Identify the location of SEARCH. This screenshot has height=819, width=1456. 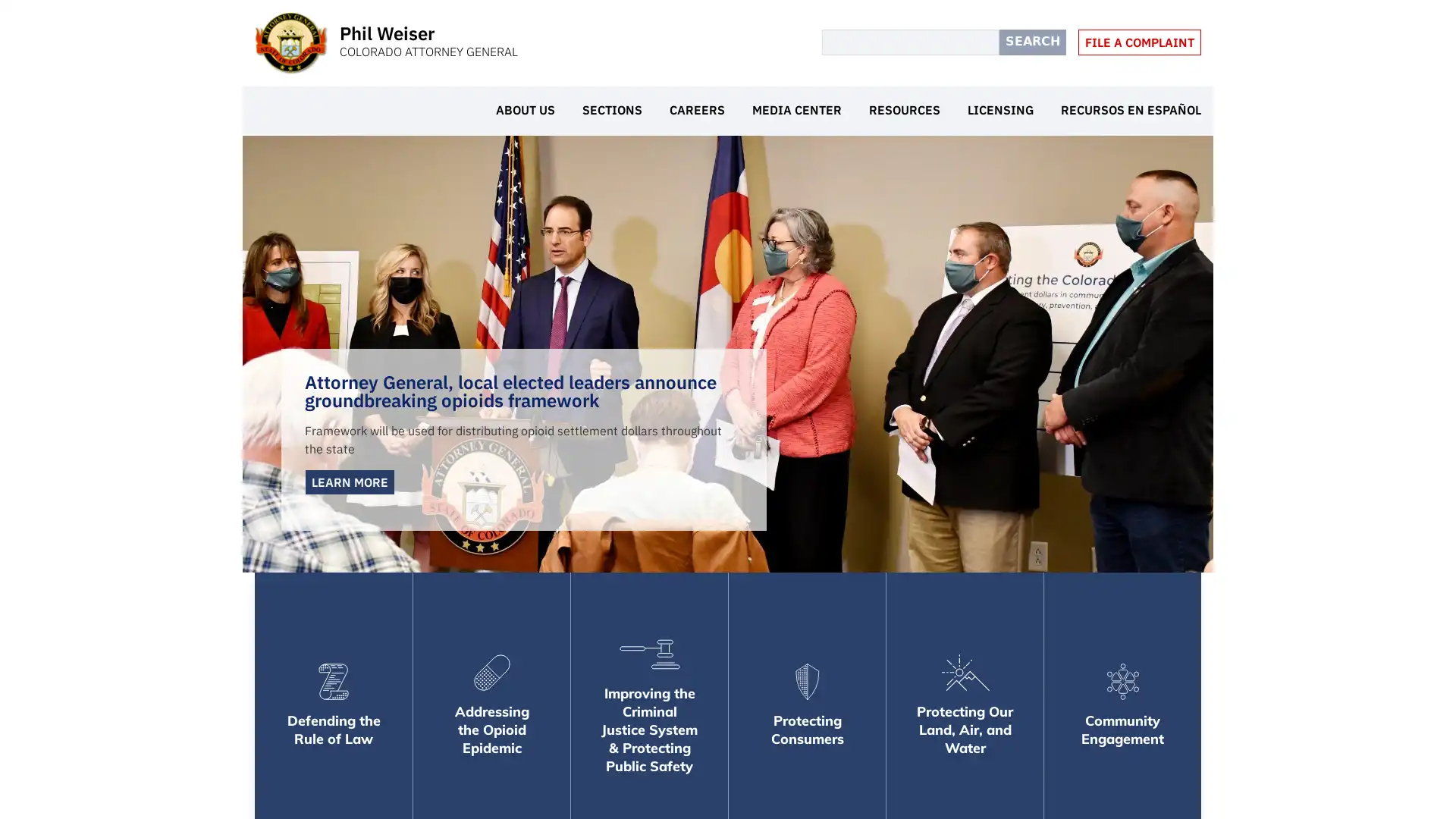
(1032, 42).